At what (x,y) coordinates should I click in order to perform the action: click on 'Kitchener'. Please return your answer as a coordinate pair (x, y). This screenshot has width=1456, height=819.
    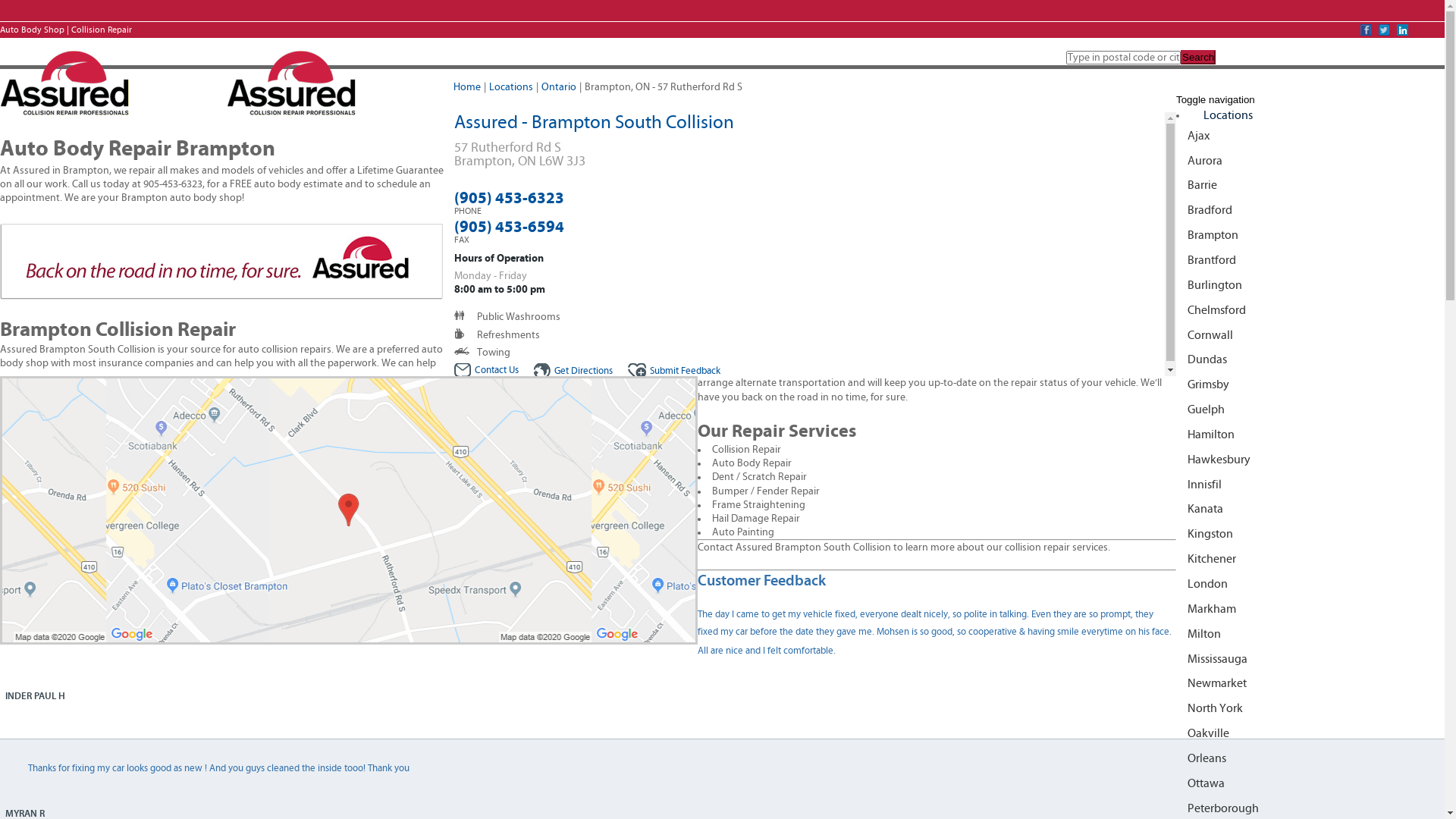
    Looking at the image, I should click on (1175, 559).